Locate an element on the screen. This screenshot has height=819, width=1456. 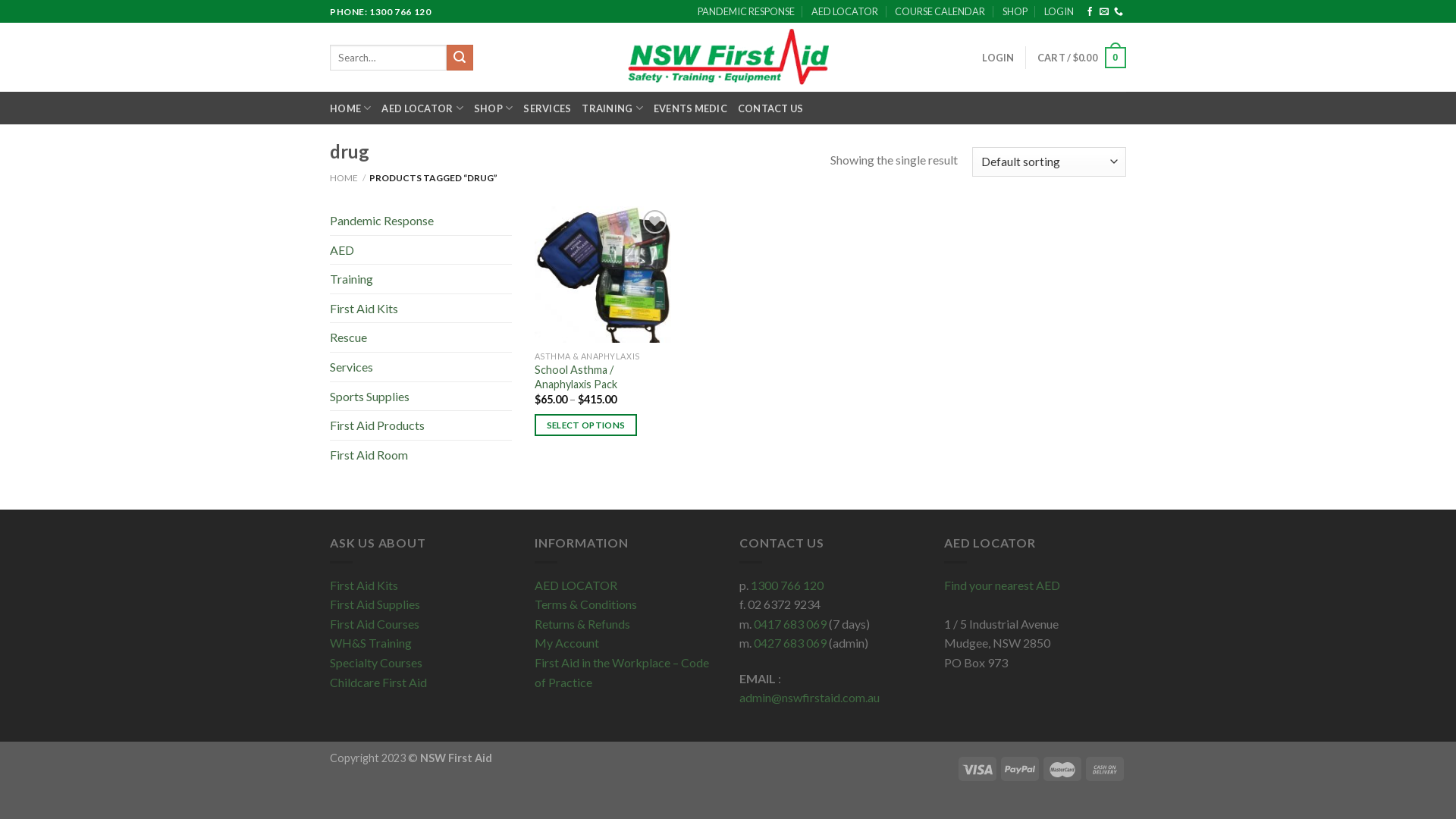
'PANDEMIC RESPONSE' is located at coordinates (745, 11).